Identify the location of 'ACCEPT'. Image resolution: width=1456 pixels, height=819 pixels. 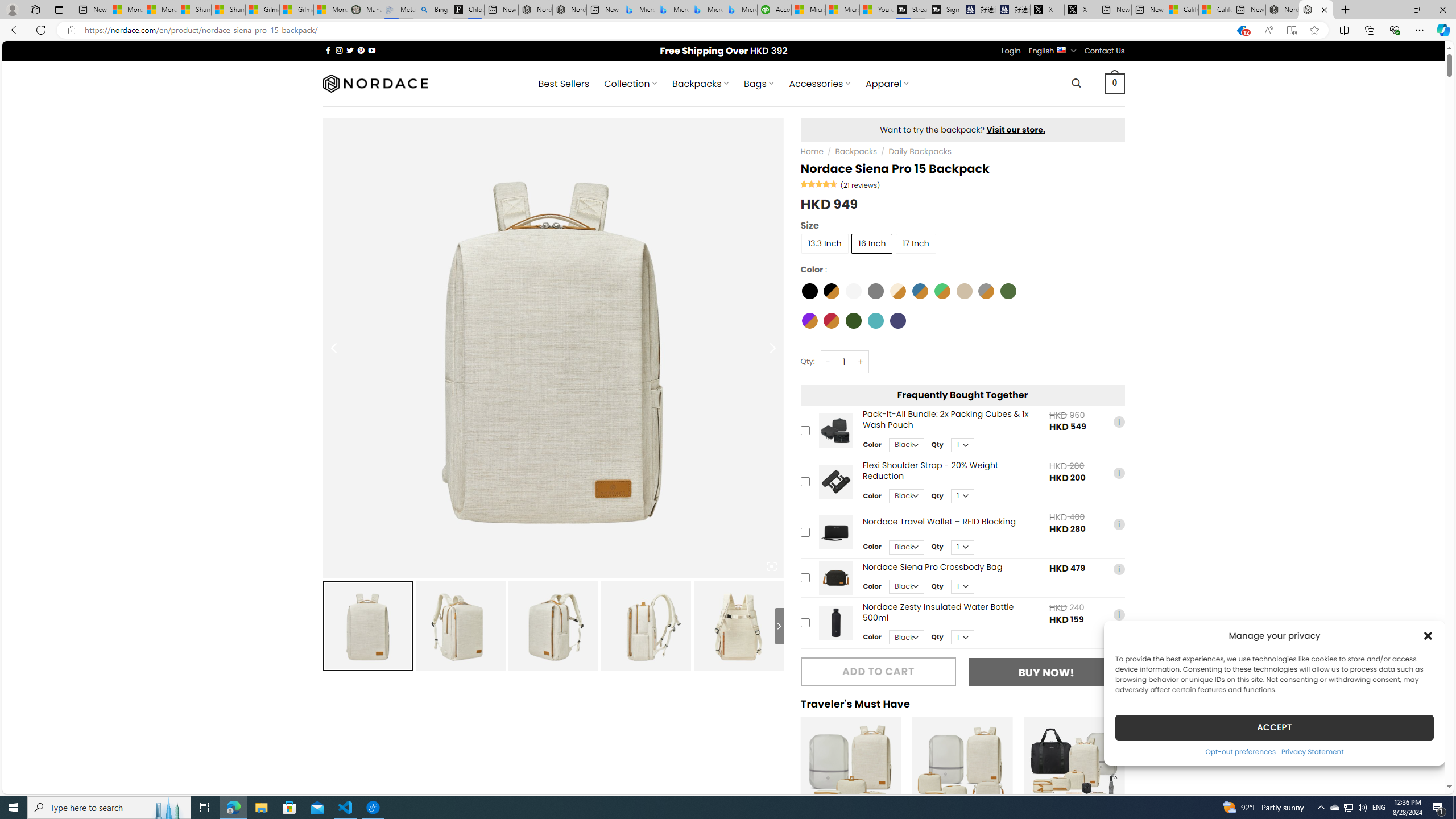
(1275, 727).